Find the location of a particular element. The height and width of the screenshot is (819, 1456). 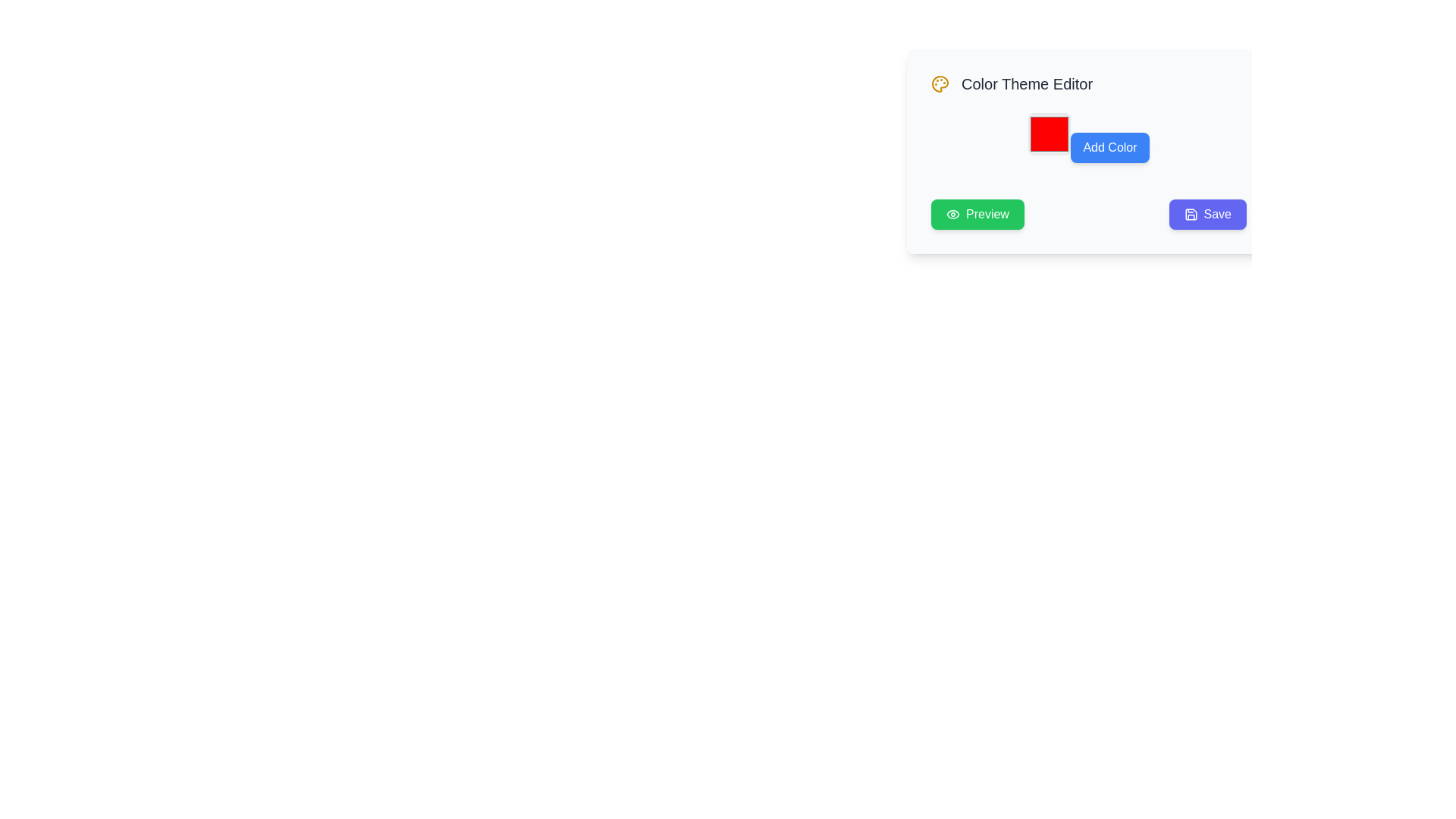

the save icon located on the left side of the 'Save' button in the bottom-right quadrant of the visible card is located at coordinates (1190, 214).